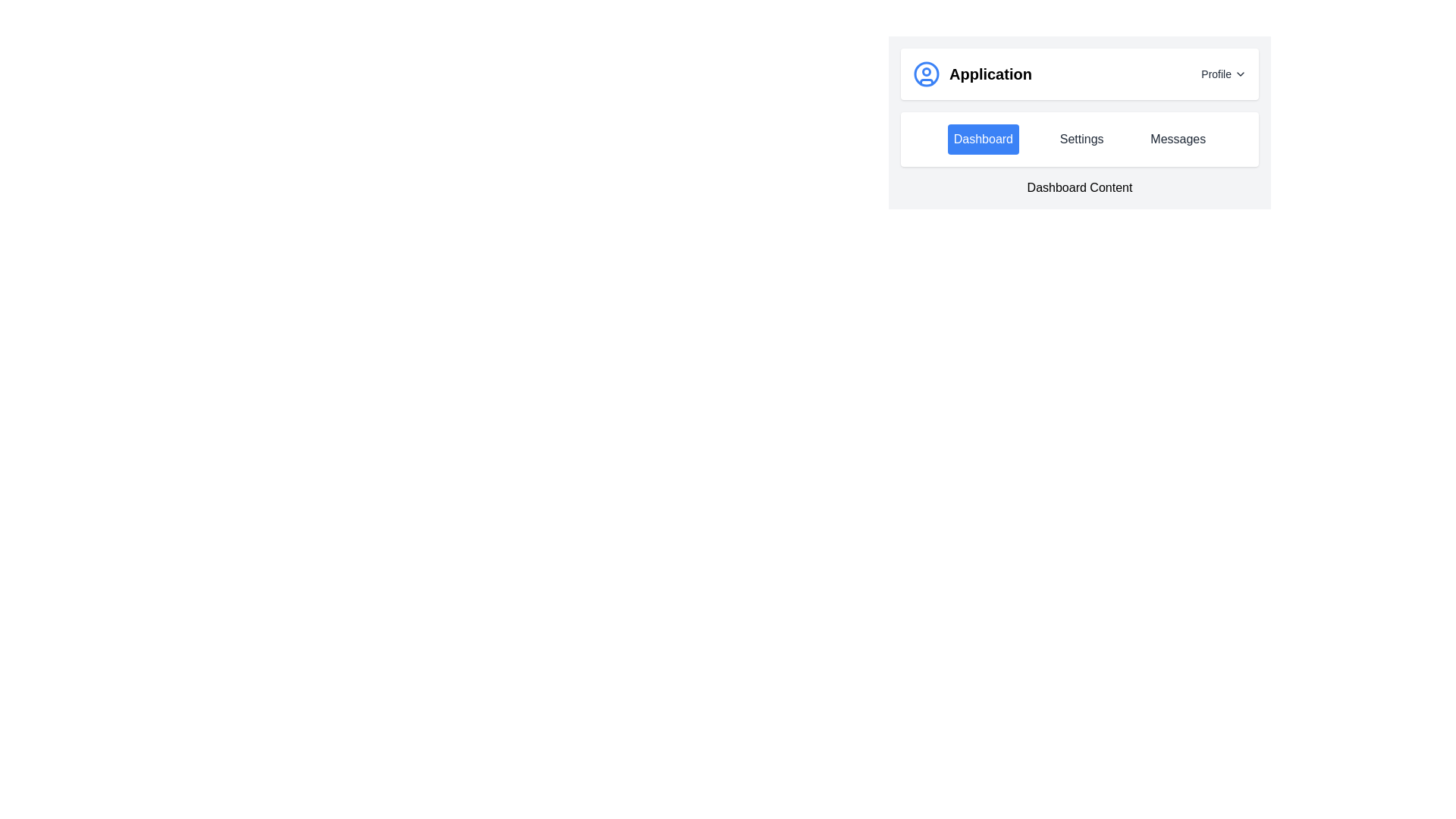  Describe the element at coordinates (926, 74) in the screenshot. I see `the SVG Graphic User Icon representing a user profile, located to the left of the bold text 'Application'` at that location.